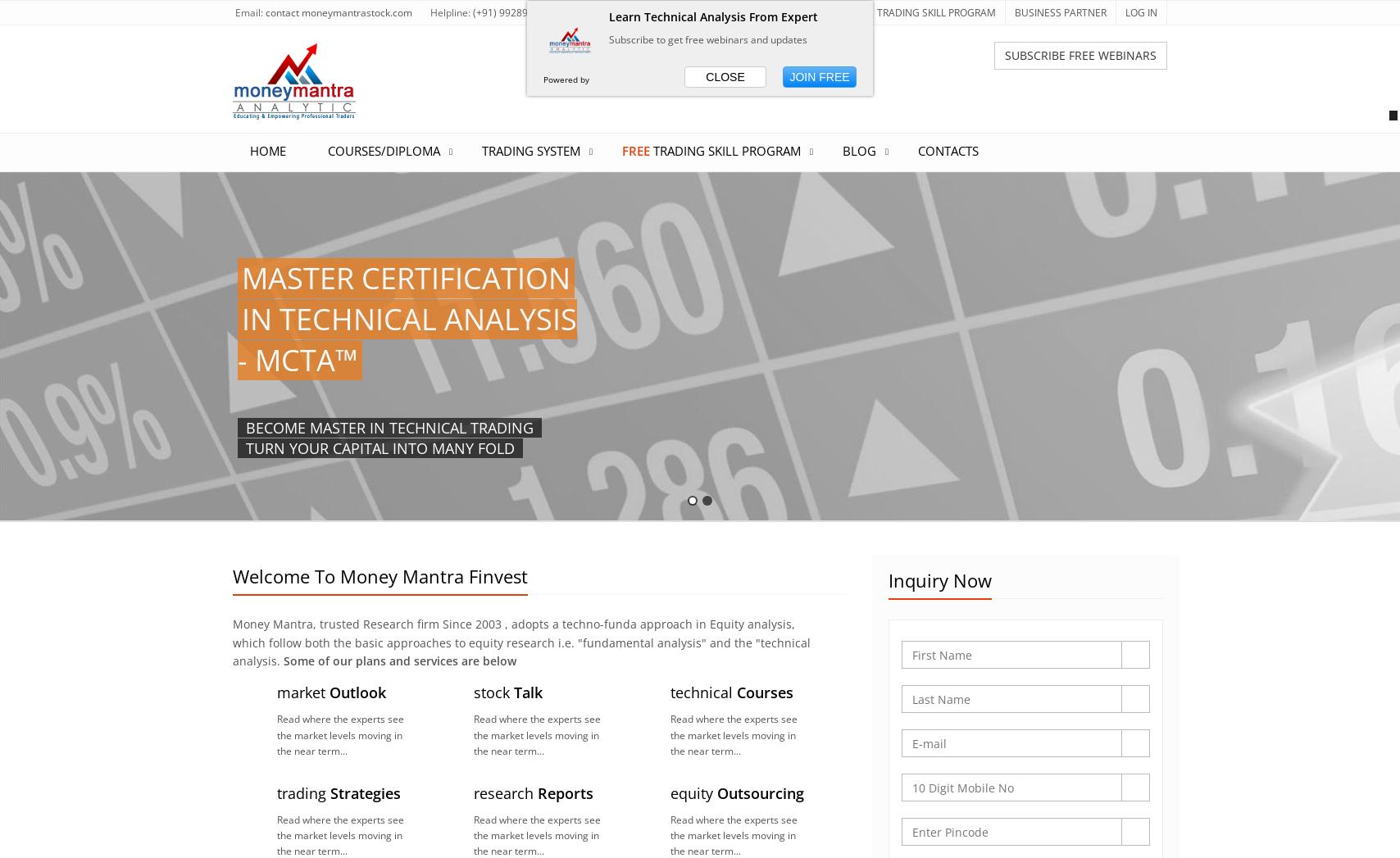 This screenshot has width=1400, height=858. I want to click on 'LOG IN', so click(1141, 11).